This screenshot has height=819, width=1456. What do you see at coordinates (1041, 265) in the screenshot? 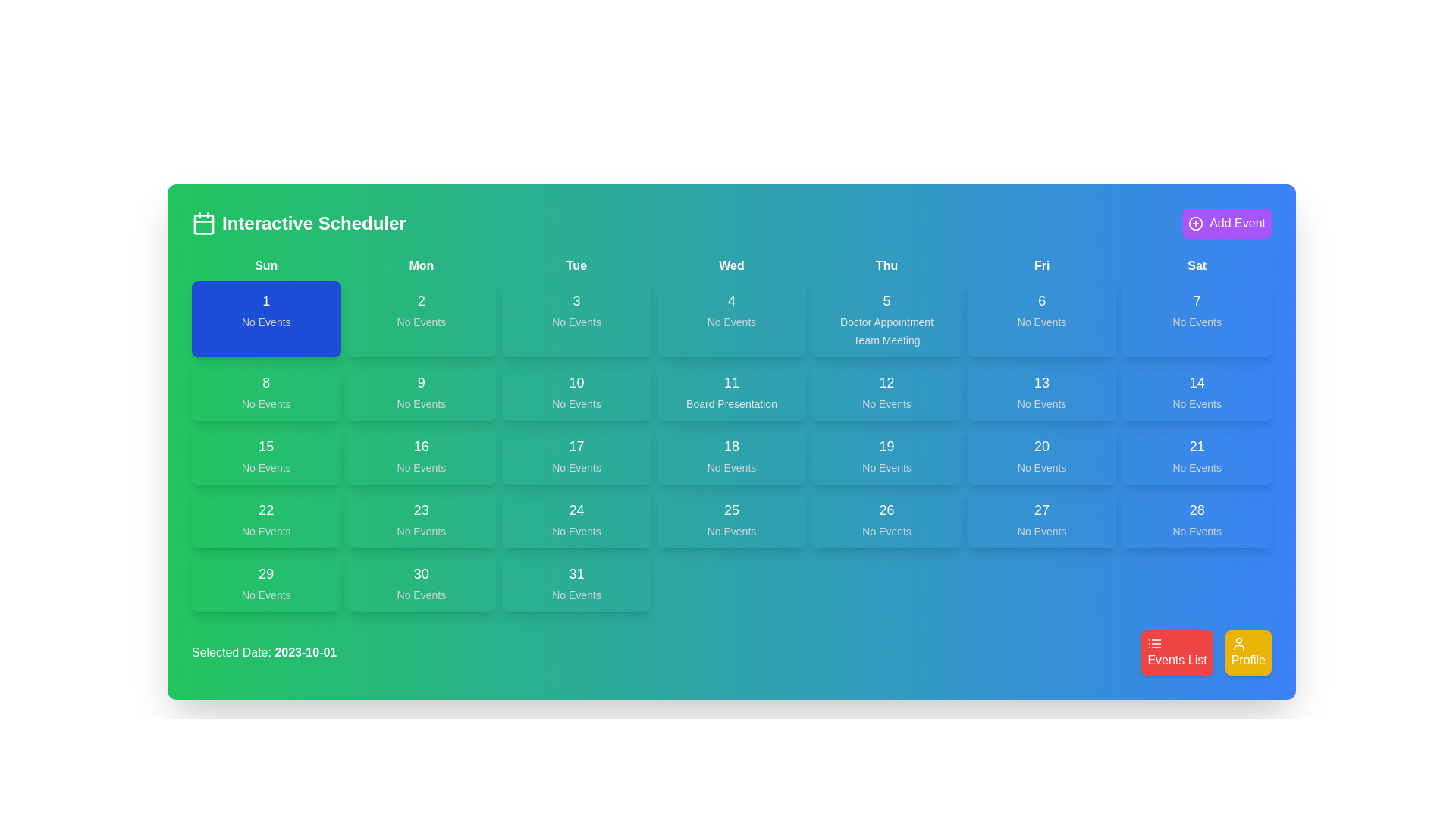
I see `the text label displaying 'Fri' in bold font, which is the sixth element in a grid of weekday labels, positioned between 'Thu' and 'Sat'` at bounding box center [1041, 265].